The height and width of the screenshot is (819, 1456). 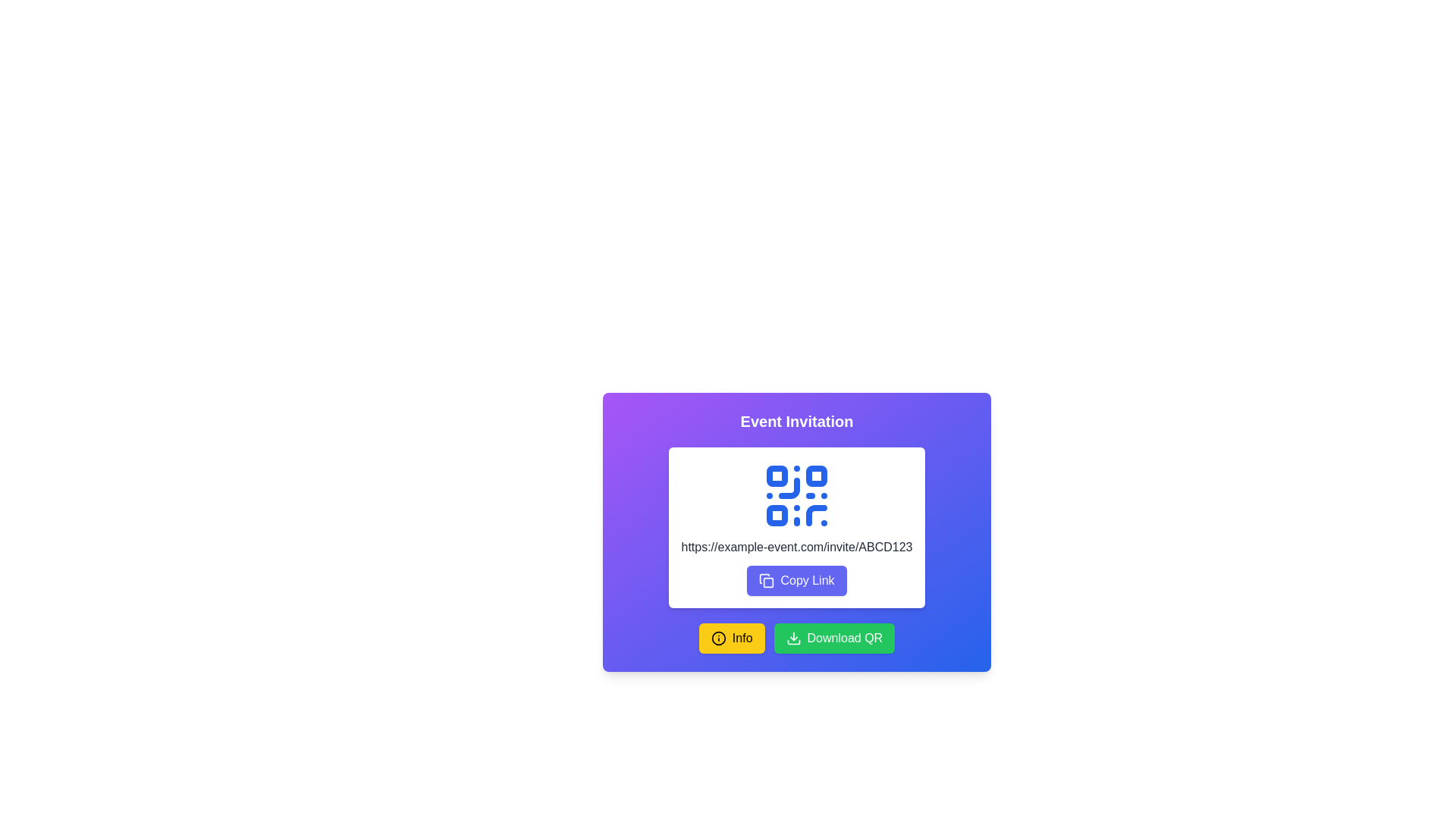 What do you see at coordinates (796, 496) in the screenshot?
I see `the QR code styled depiction located at the upper center of the 'Event Invitation' card, which is rendered in blue against a white background` at bounding box center [796, 496].